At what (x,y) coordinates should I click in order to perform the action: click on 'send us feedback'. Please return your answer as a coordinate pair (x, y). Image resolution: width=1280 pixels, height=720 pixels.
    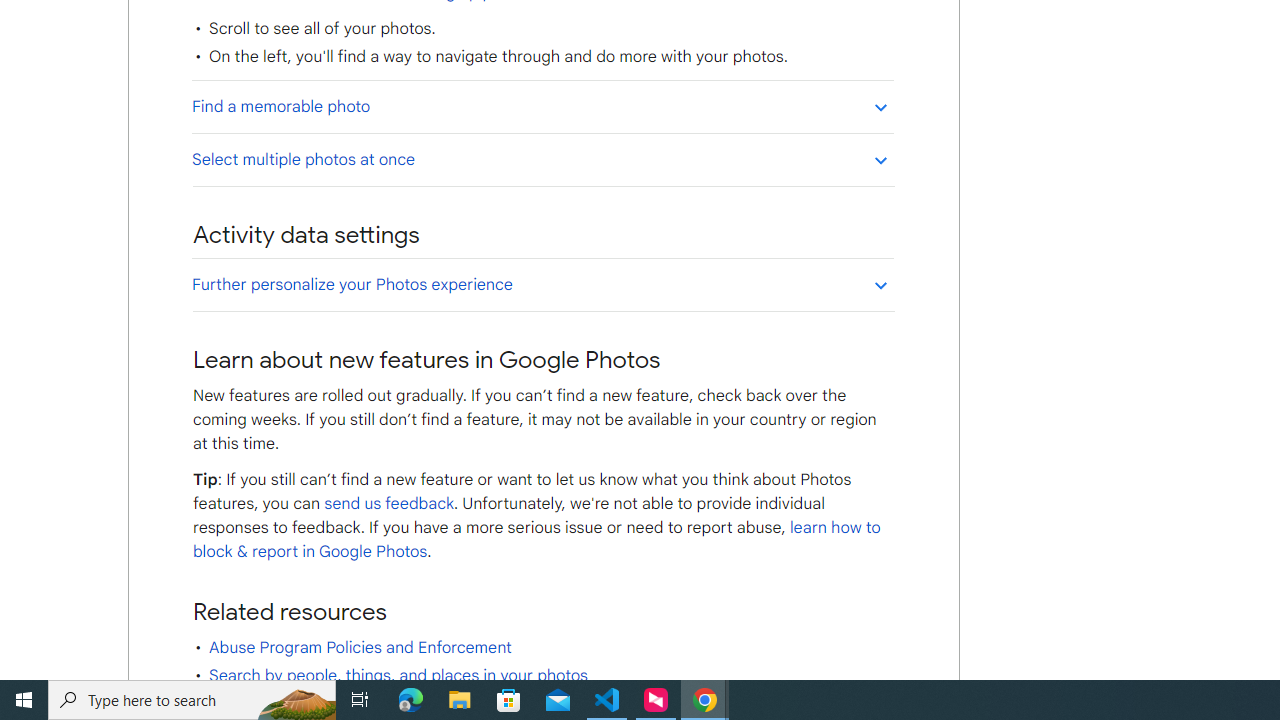
    Looking at the image, I should click on (389, 502).